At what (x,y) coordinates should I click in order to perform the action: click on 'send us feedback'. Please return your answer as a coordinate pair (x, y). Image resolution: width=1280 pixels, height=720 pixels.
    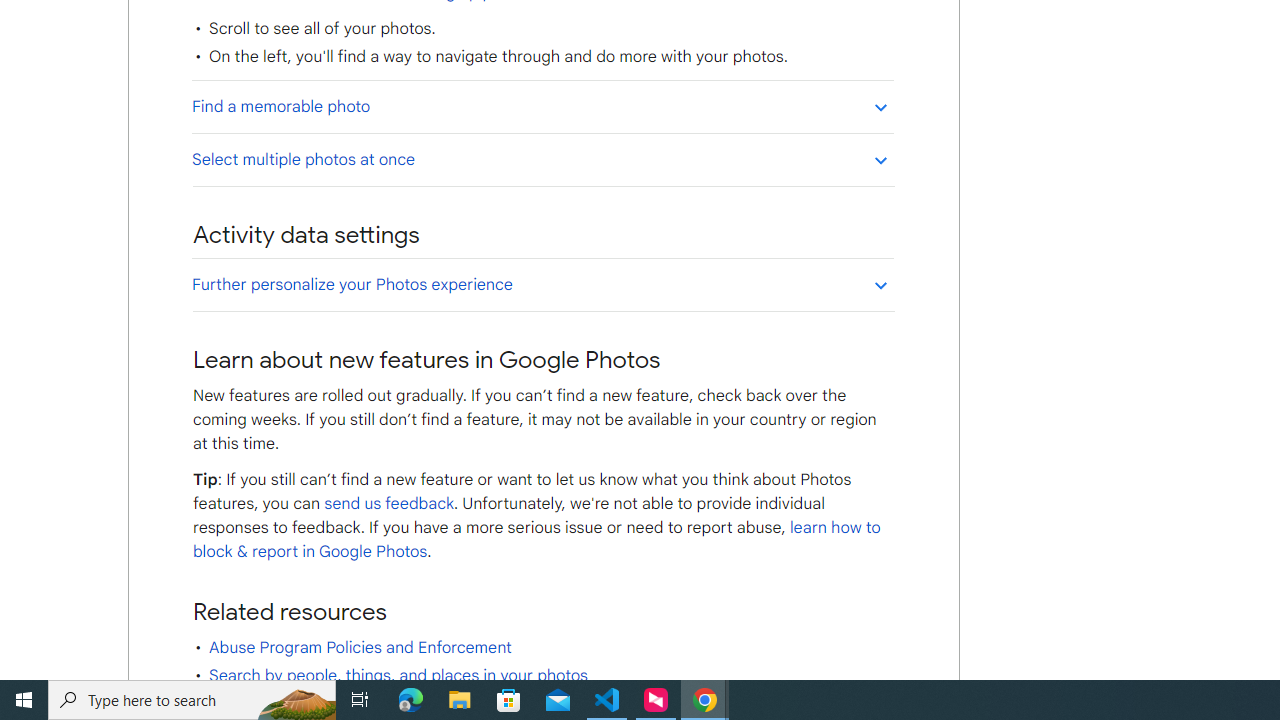
    Looking at the image, I should click on (389, 502).